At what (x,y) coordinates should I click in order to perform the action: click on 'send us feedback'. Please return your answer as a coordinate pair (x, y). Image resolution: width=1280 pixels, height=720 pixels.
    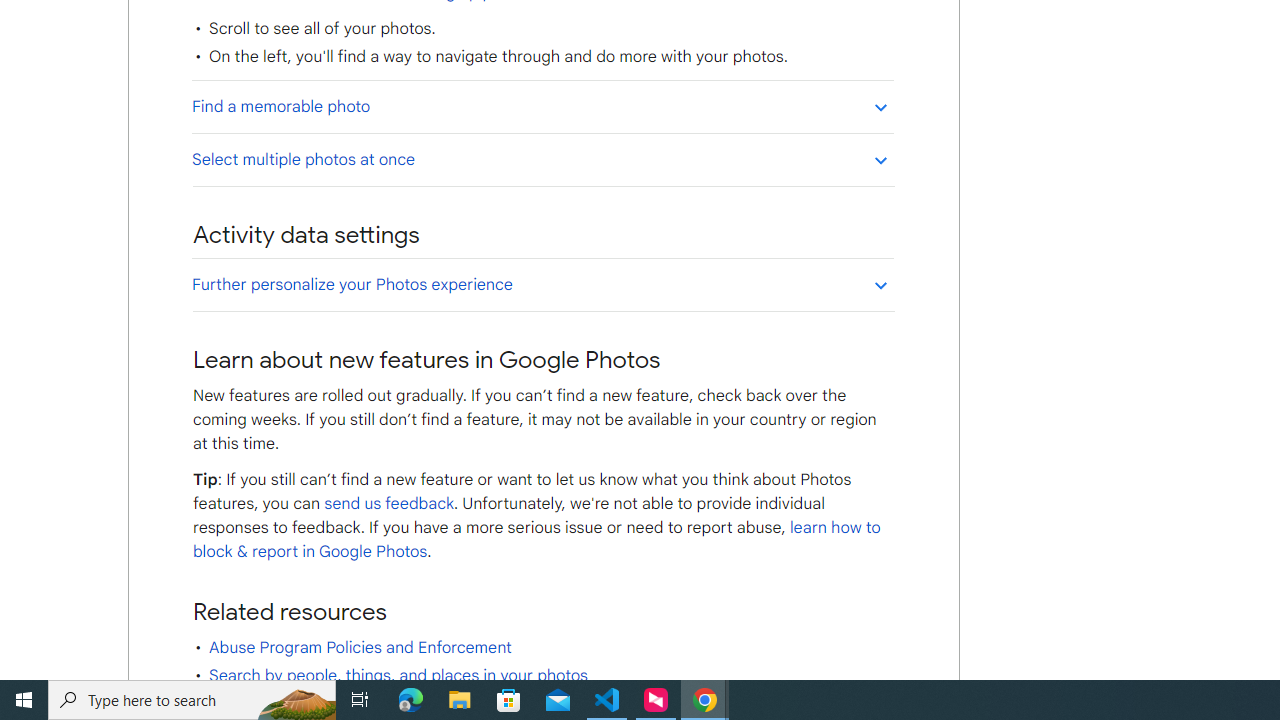
    Looking at the image, I should click on (389, 502).